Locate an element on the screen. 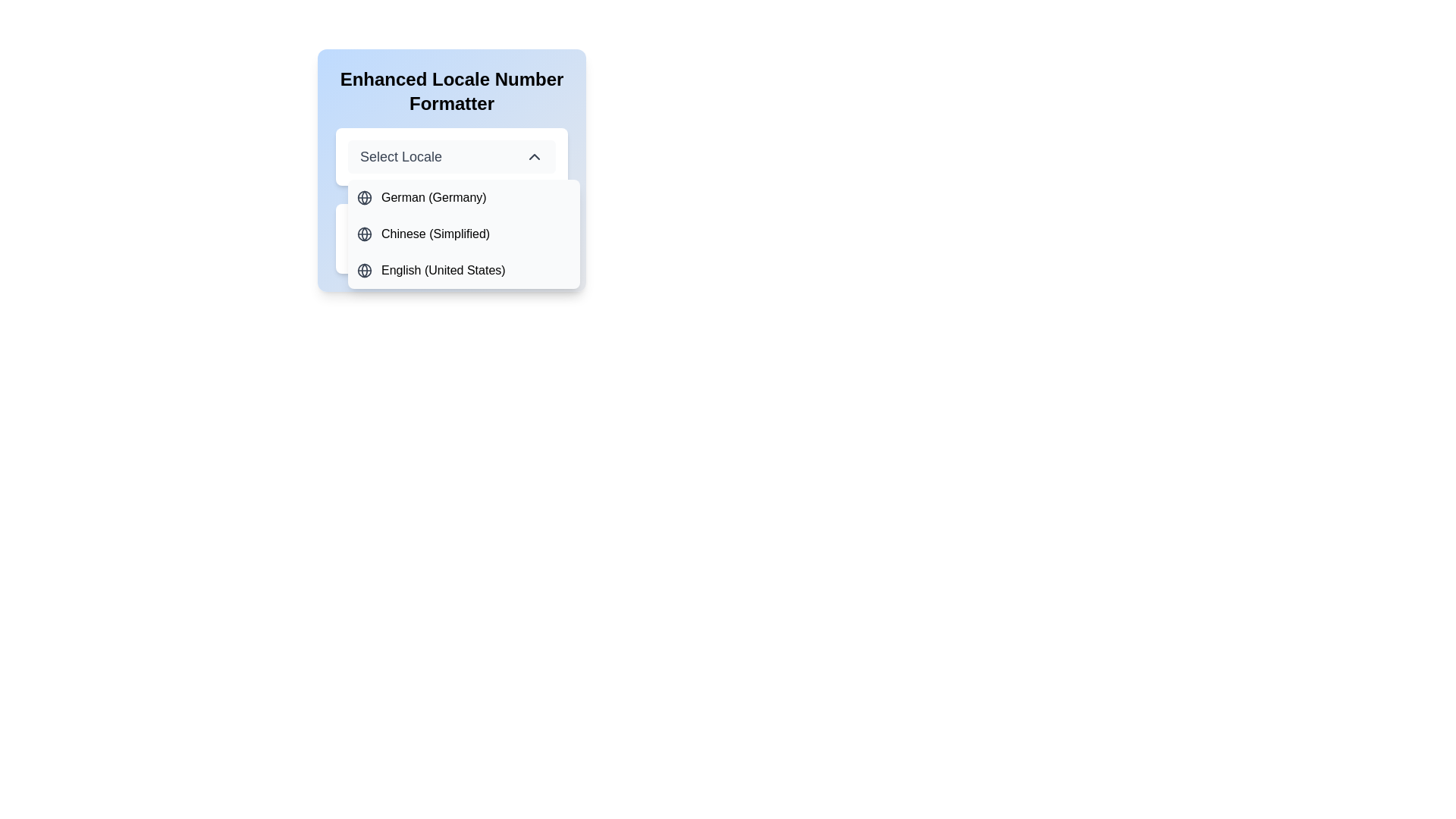 This screenshot has width=1456, height=819. the second option 'Chinese (Simplified)' in the dropdown menu that appears below the 'Select Locale' button is located at coordinates (463, 234).